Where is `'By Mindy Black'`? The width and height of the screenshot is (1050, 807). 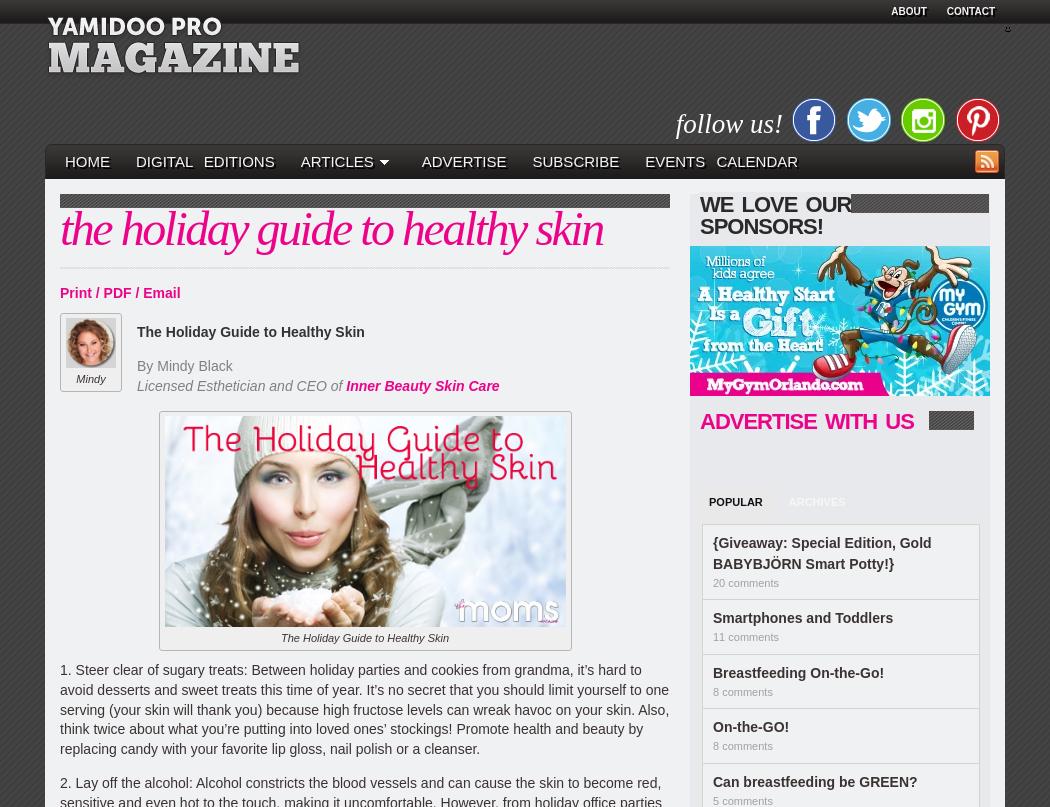 'By Mindy Black' is located at coordinates (184, 365).